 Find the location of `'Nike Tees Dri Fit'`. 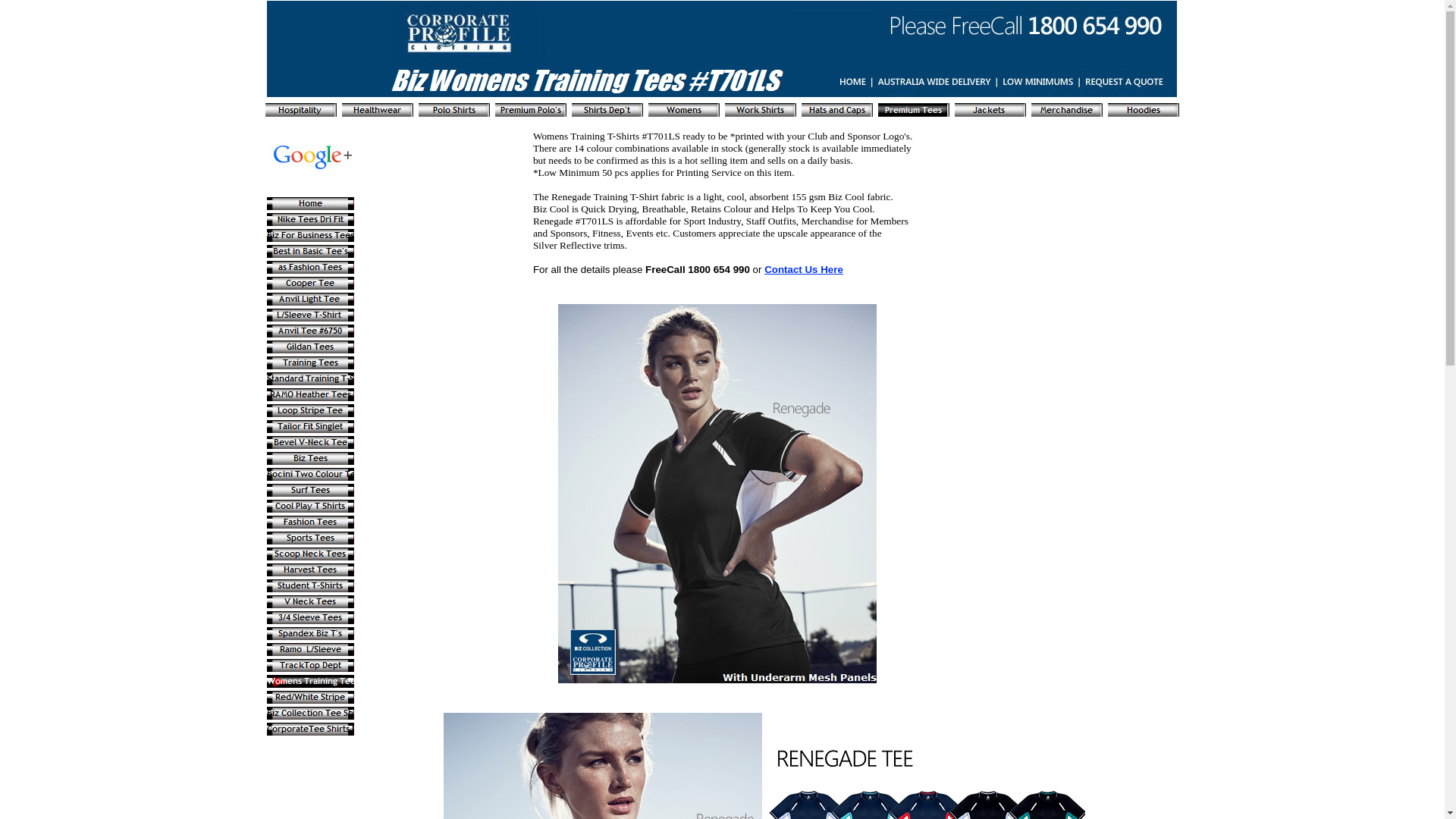

'Nike Tees Dri Fit' is located at coordinates (309, 219).